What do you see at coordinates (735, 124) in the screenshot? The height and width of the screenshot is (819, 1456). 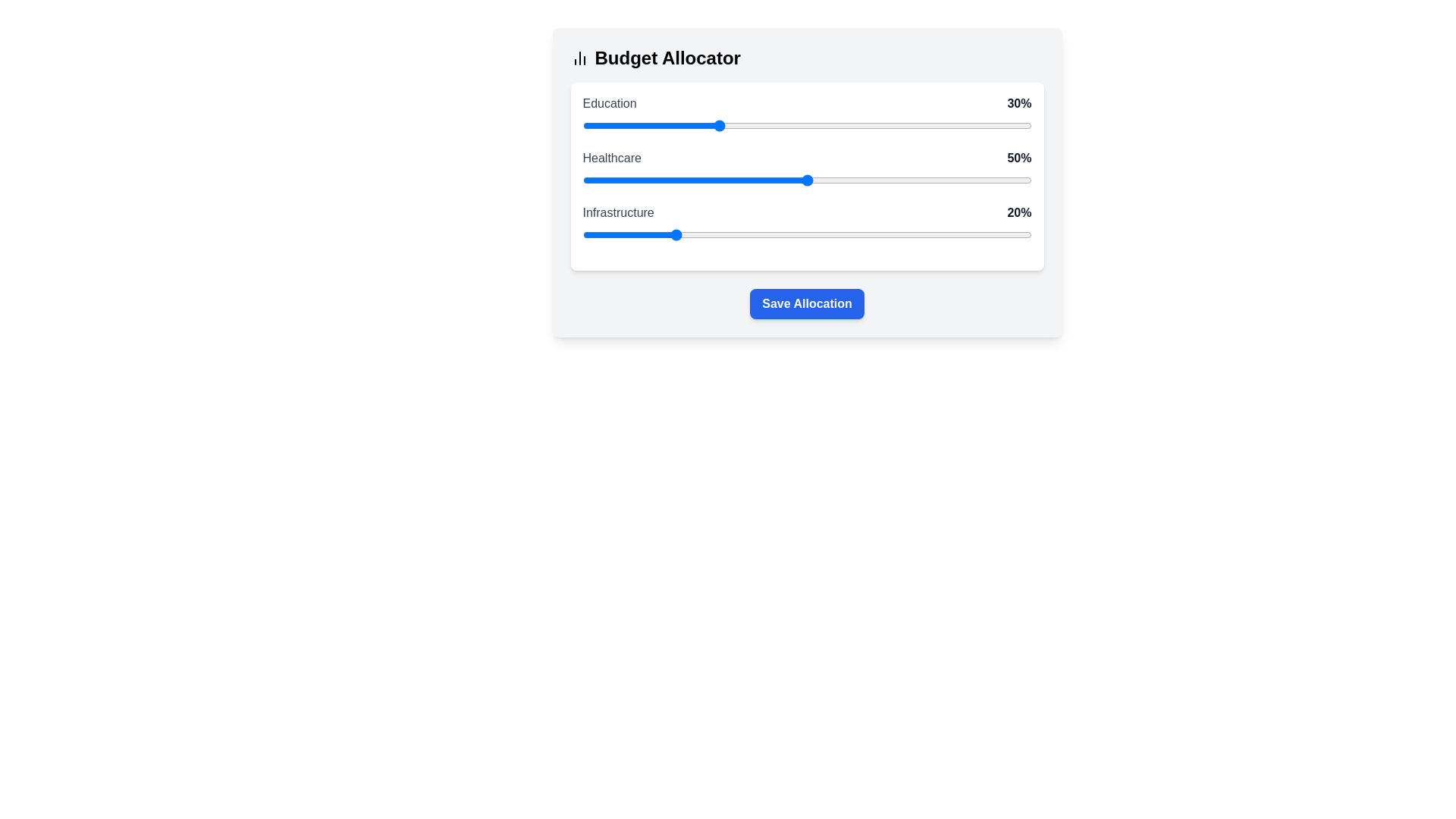 I see `the education slider` at bounding box center [735, 124].